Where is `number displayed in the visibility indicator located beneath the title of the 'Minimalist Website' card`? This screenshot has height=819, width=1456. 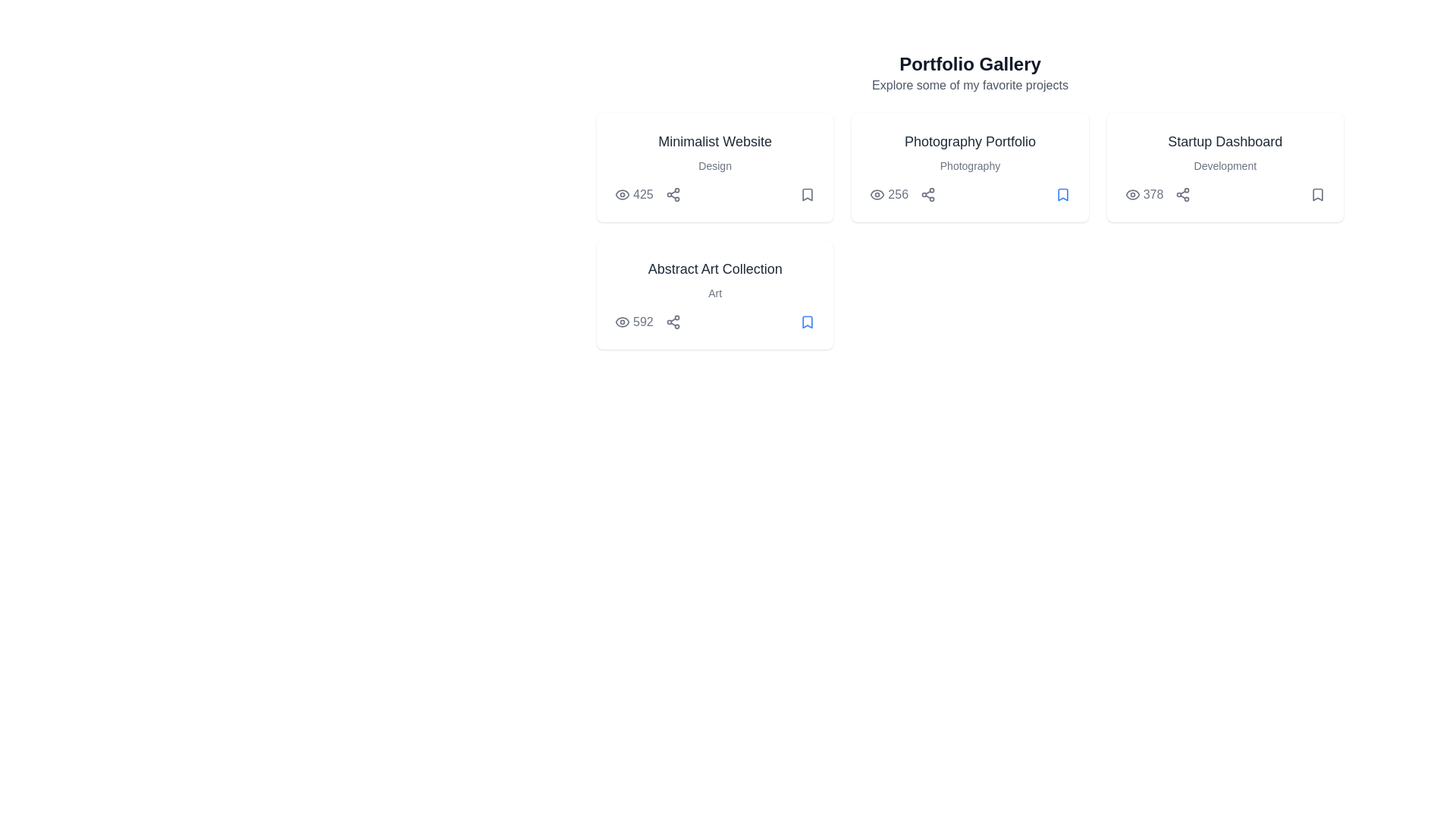
number displayed in the visibility indicator located beneath the title of the 'Minimalist Website' card is located at coordinates (634, 194).